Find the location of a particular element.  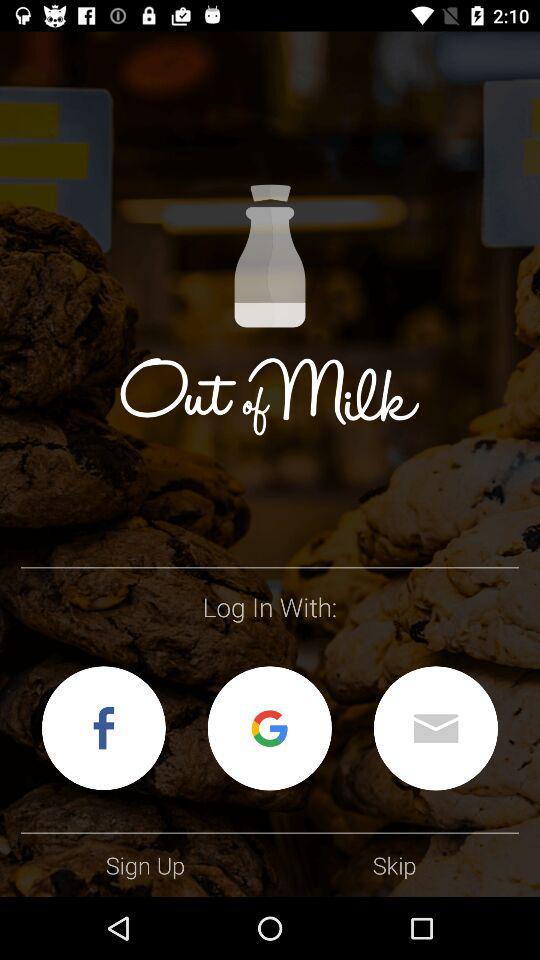

log in with google is located at coordinates (269, 727).